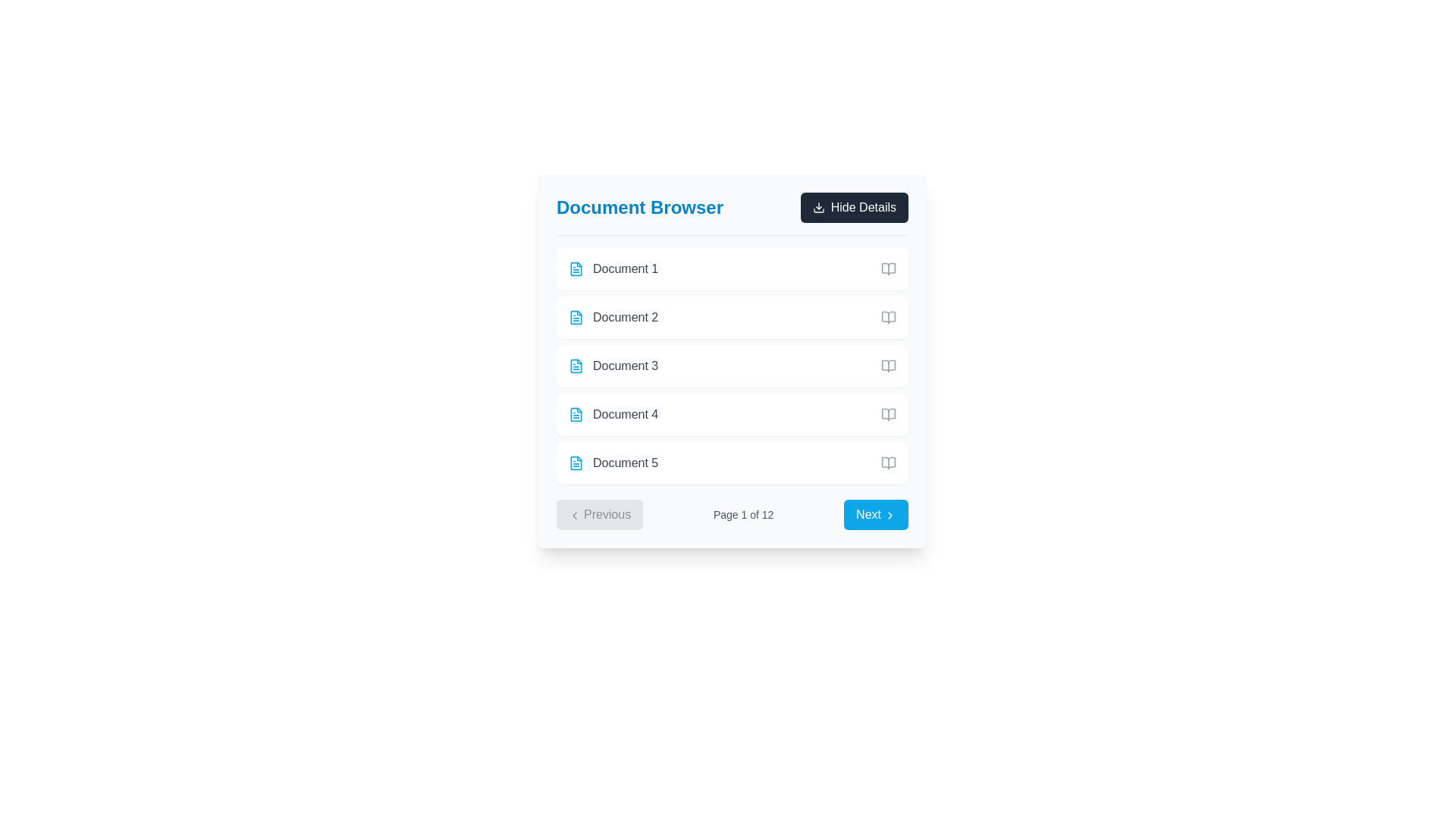 This screenshot has height=819, width=1456. I want to click on the open book icon located on the right side of the row associated with 'Document 4', so click(888, 415).